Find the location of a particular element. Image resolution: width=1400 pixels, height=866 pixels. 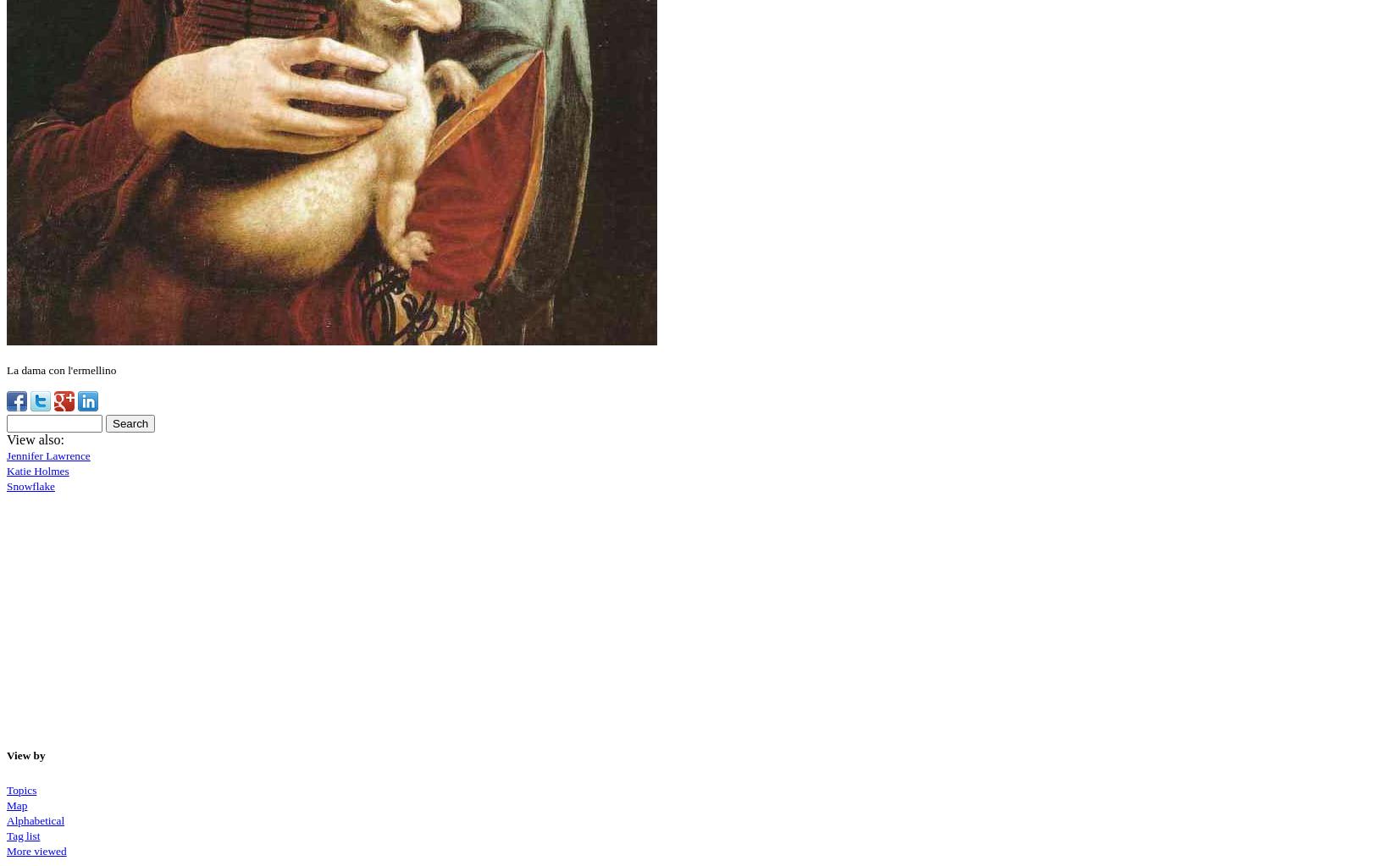

'Topics' is located at coordinates (5, 788).